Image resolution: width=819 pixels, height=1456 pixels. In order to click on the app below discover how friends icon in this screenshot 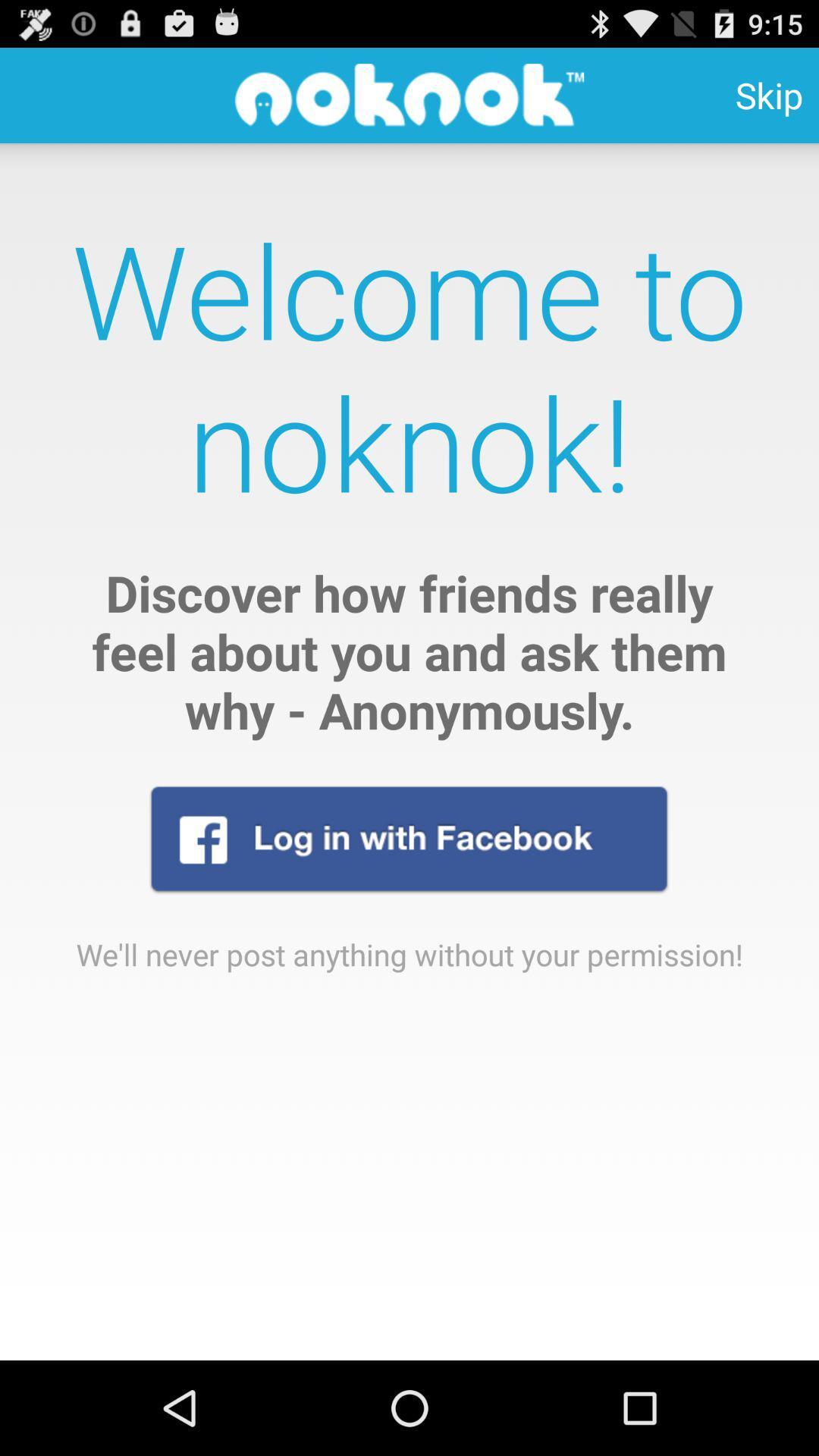, I will do `click(408, 838)`.